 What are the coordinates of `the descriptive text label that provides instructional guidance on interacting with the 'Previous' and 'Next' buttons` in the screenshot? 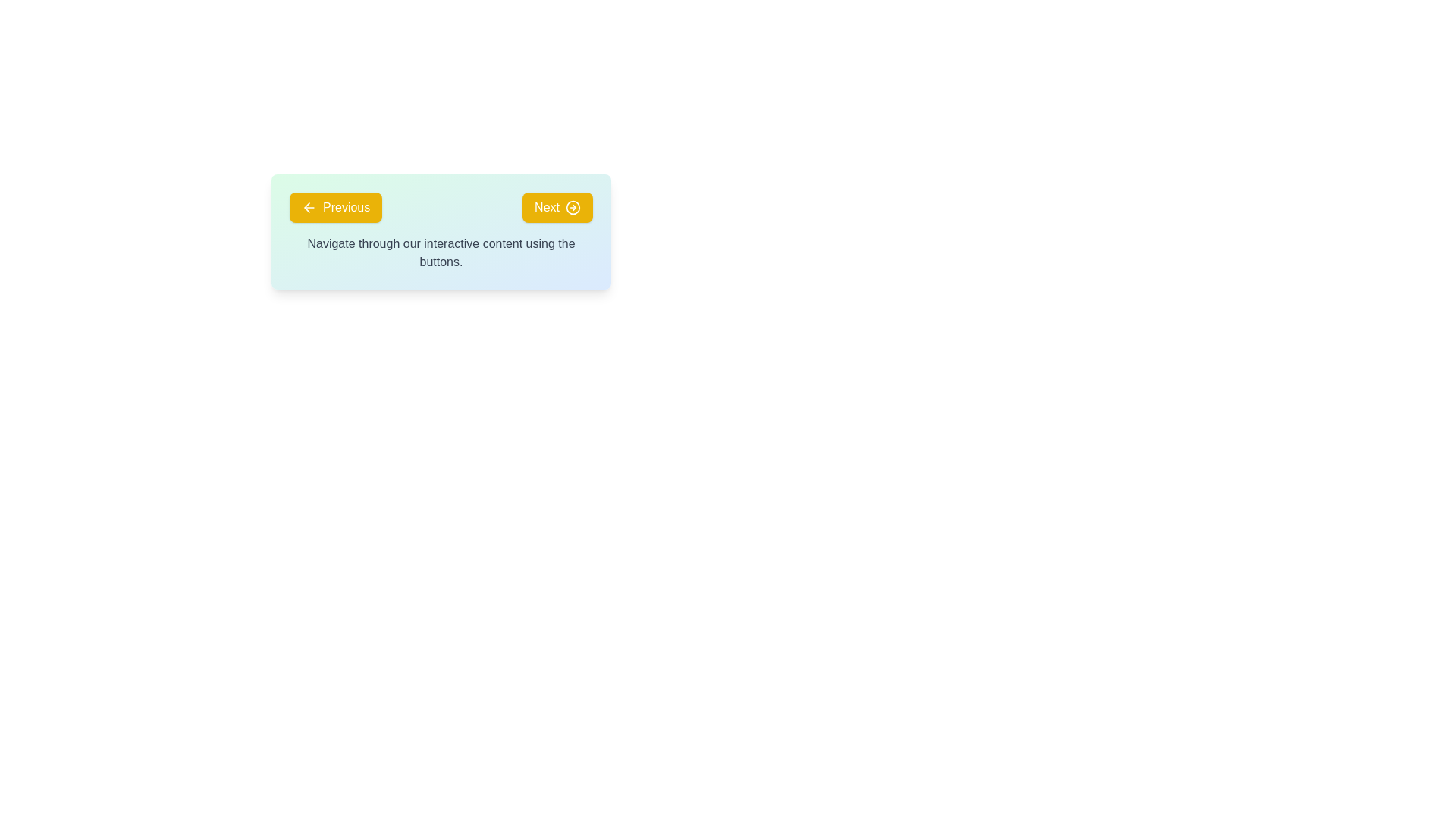 It's located at (440, 253).